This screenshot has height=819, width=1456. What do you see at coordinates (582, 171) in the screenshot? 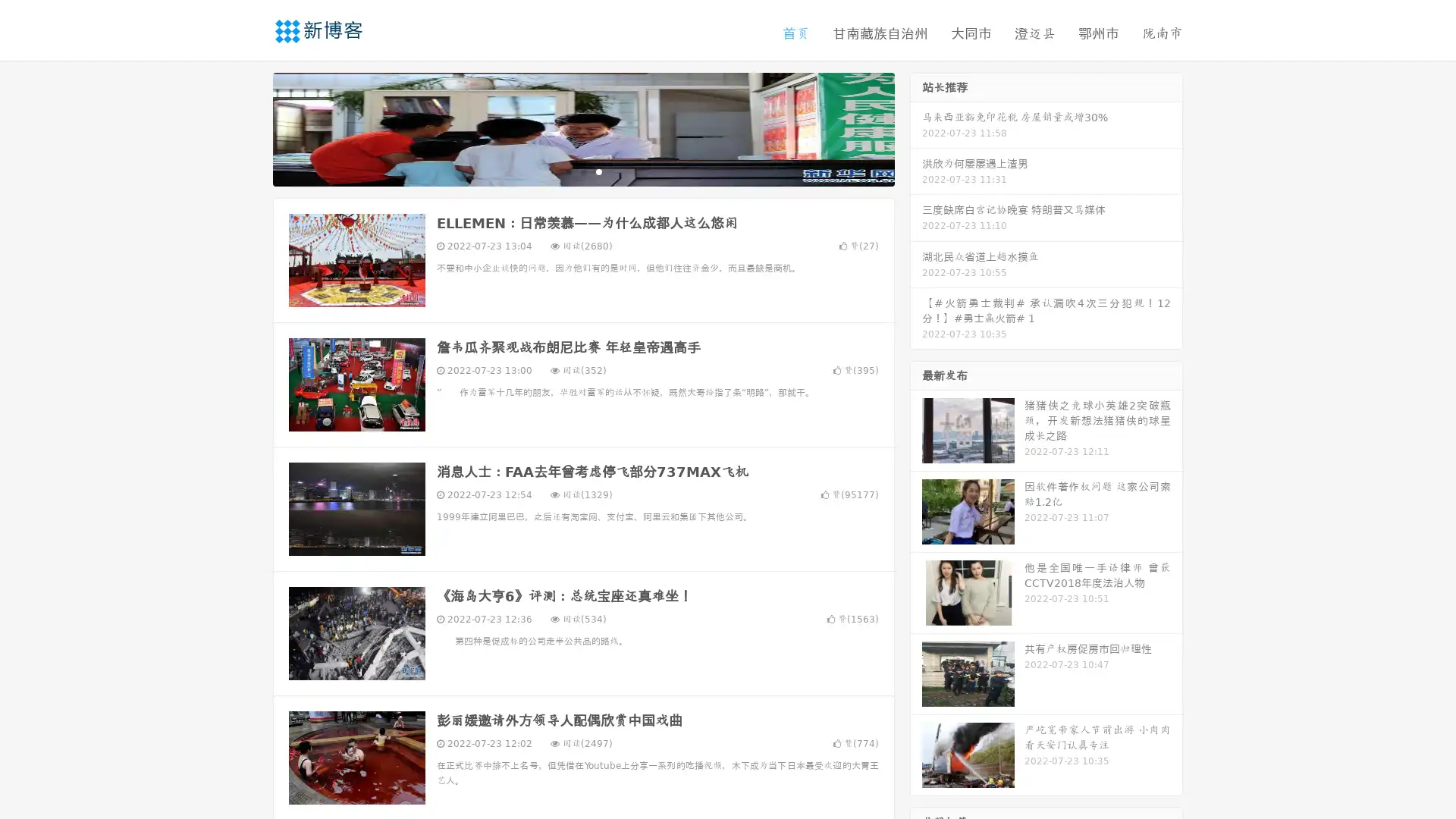
I see `Go to slide 2` at bounding box center [582, 171].